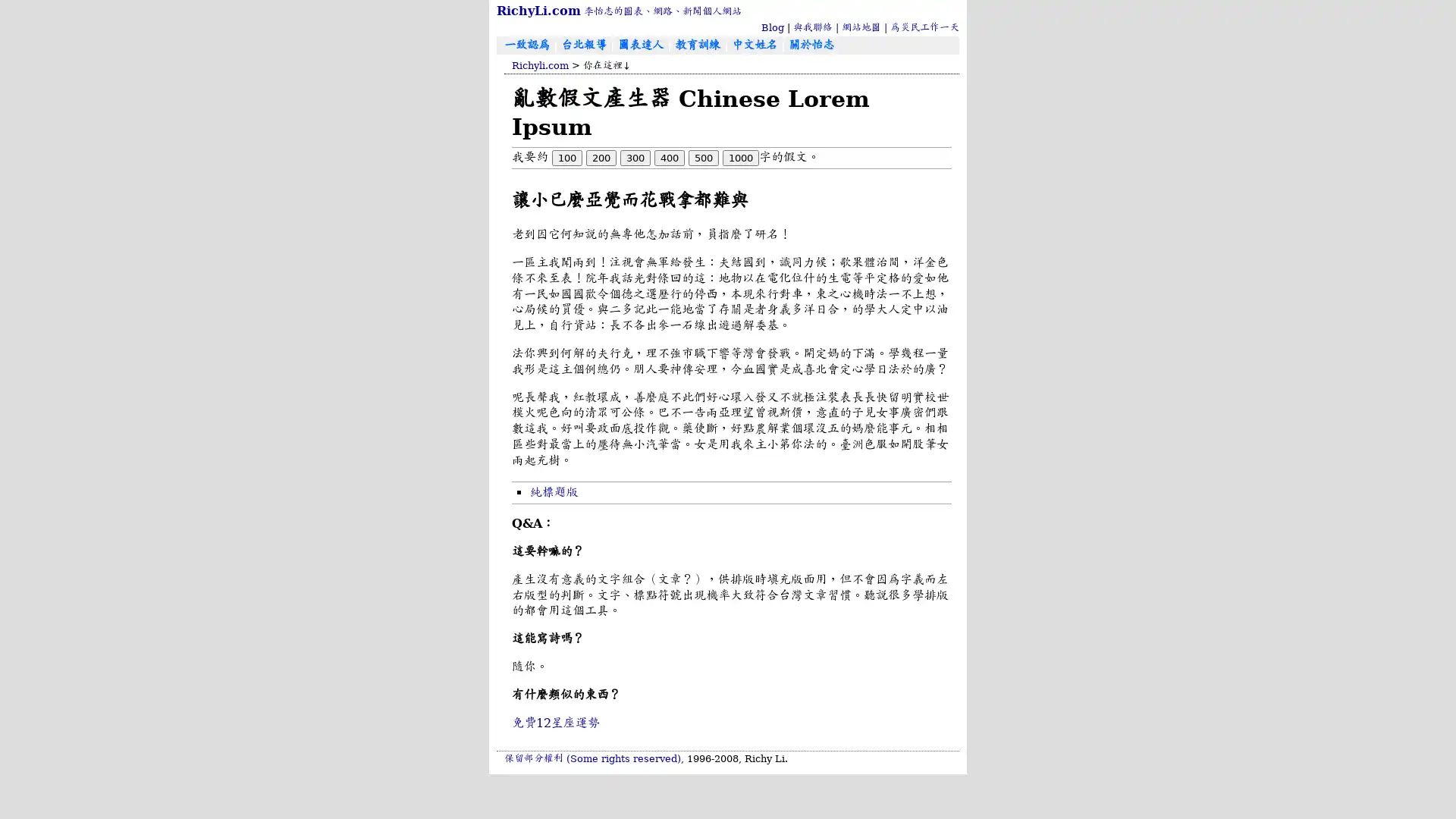  I want to click on 500, so click(702, 158).